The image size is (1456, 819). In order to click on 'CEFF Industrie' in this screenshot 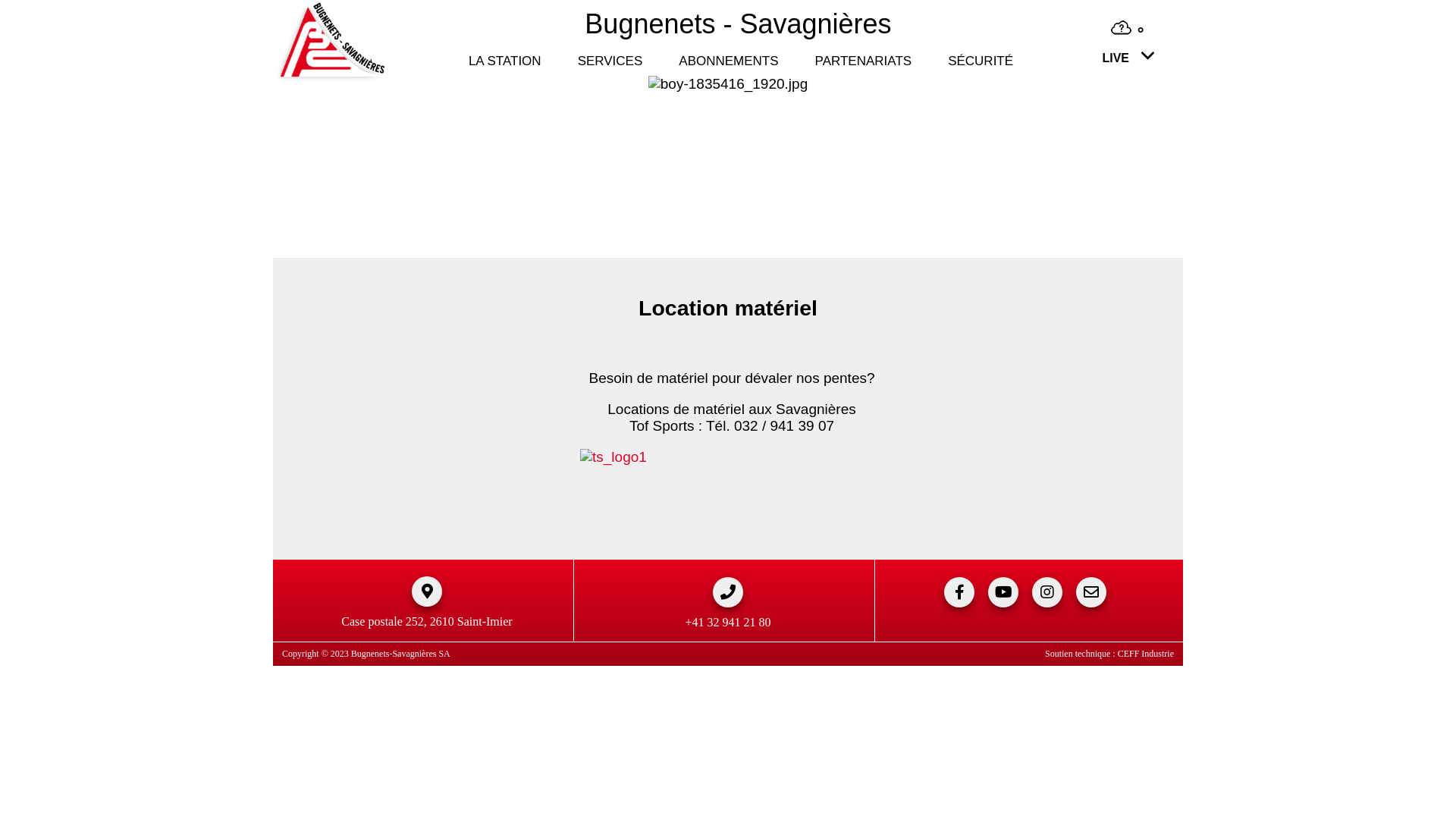, I will do `click(1117, 652)`.